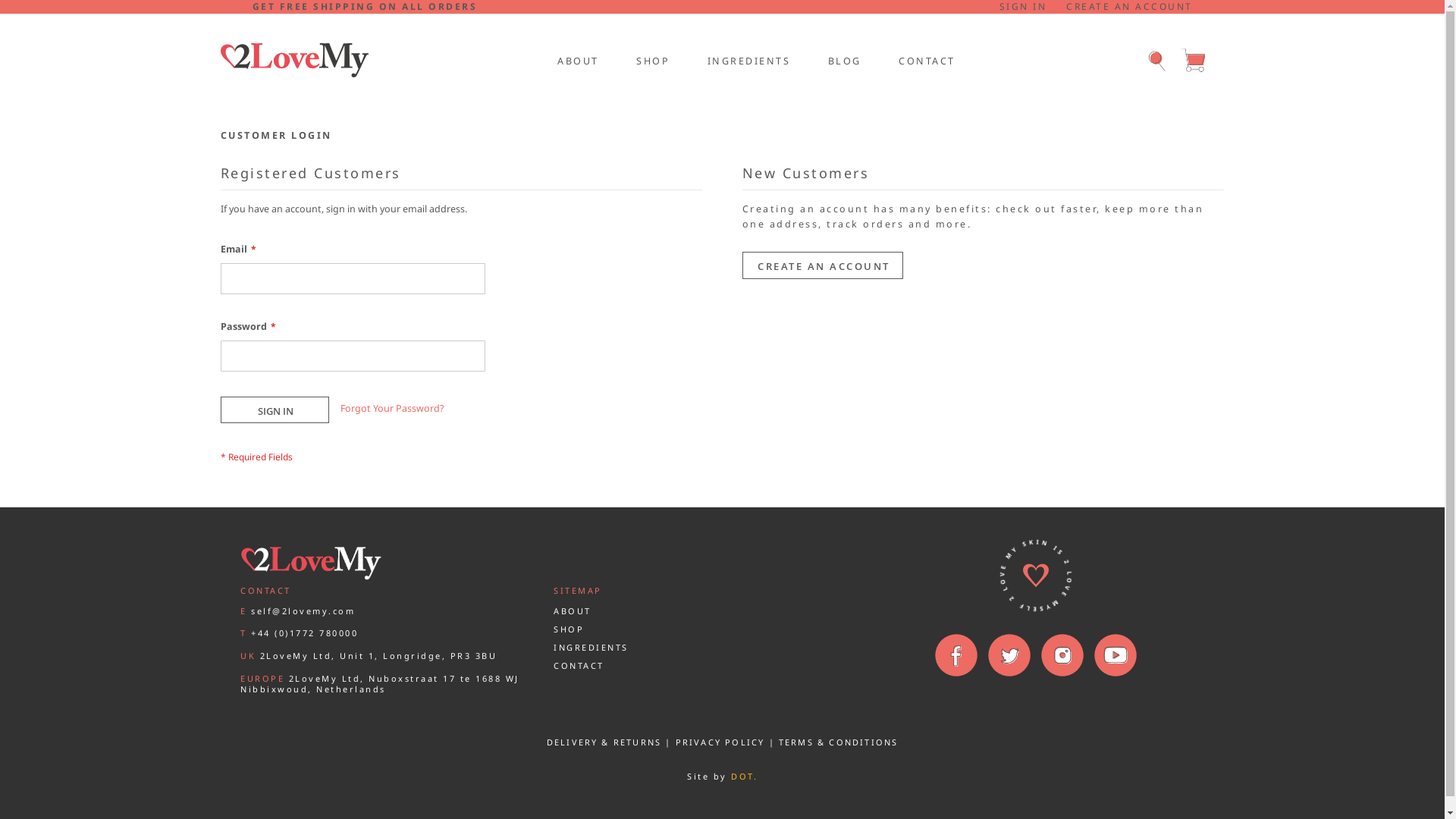 The image size is (1456, 819). Describe the element at coordinates (552, 647) in the screenshot. I see `'INGREDIENTS'` at that location.